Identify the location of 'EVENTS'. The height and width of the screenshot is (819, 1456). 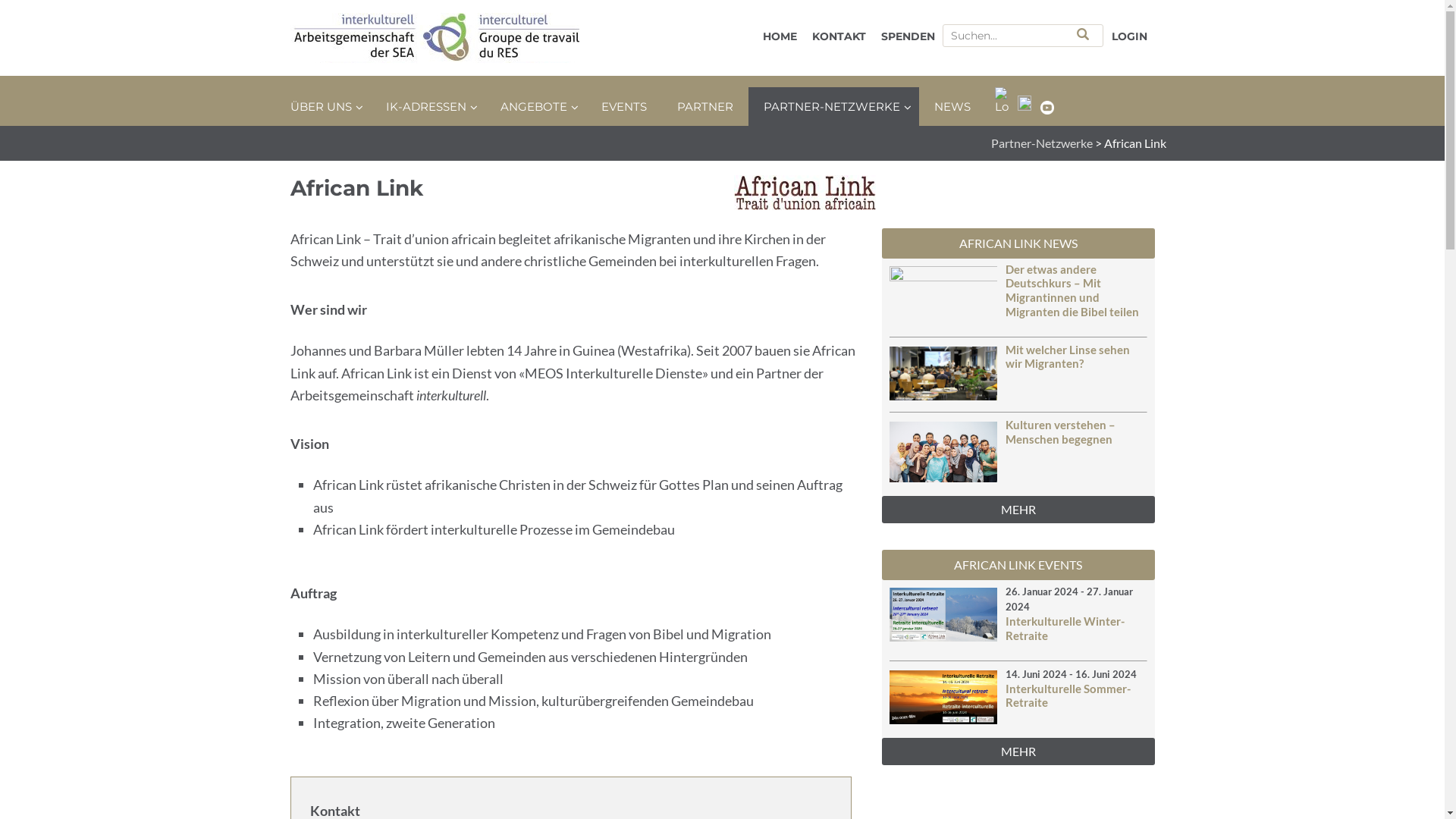
(623, 105).